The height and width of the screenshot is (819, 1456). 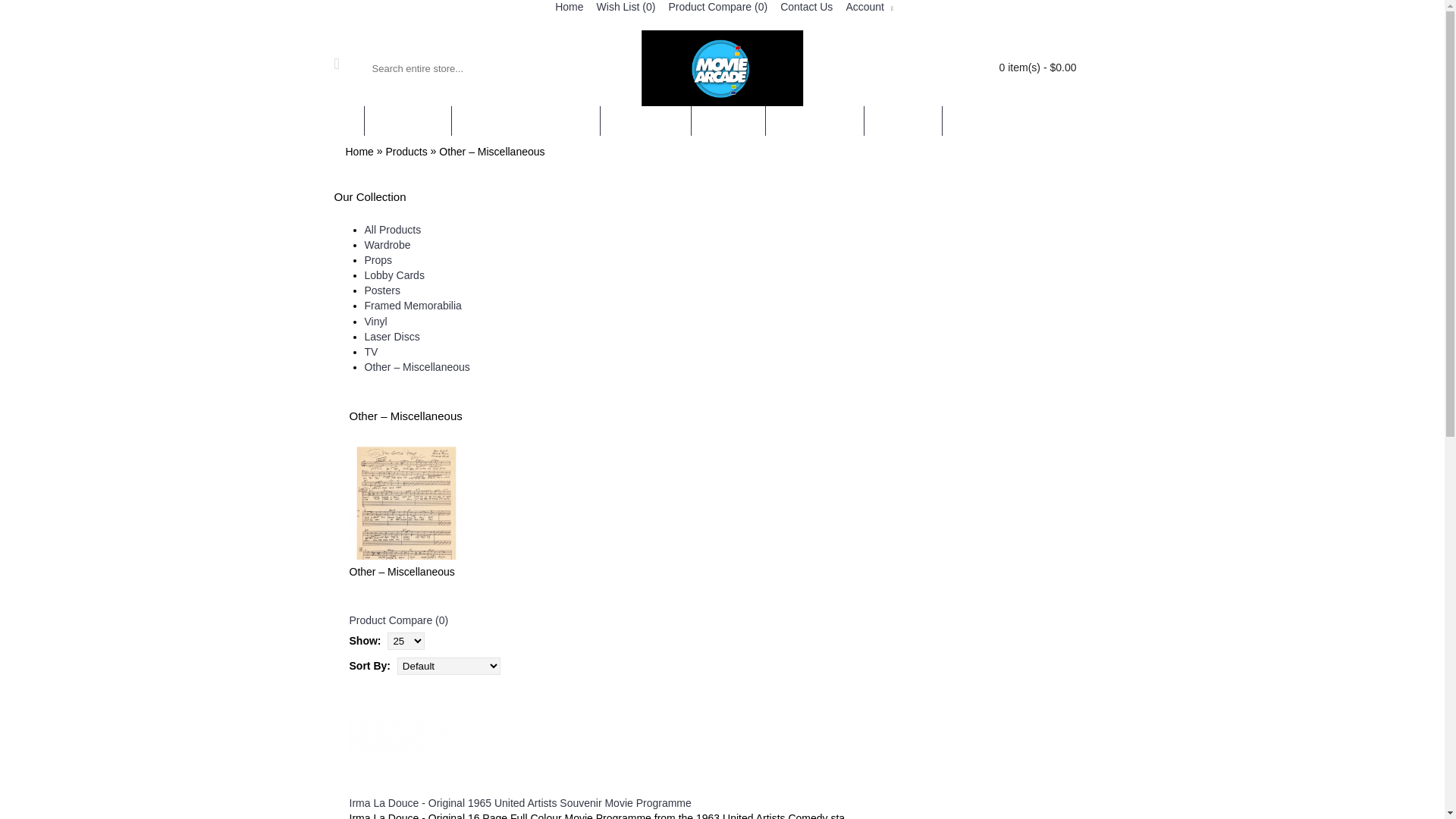 What do you see at coordinates (722, 67) in the screenshot?
I see `'Movie Arcade'` at bounding box center [722, 67].